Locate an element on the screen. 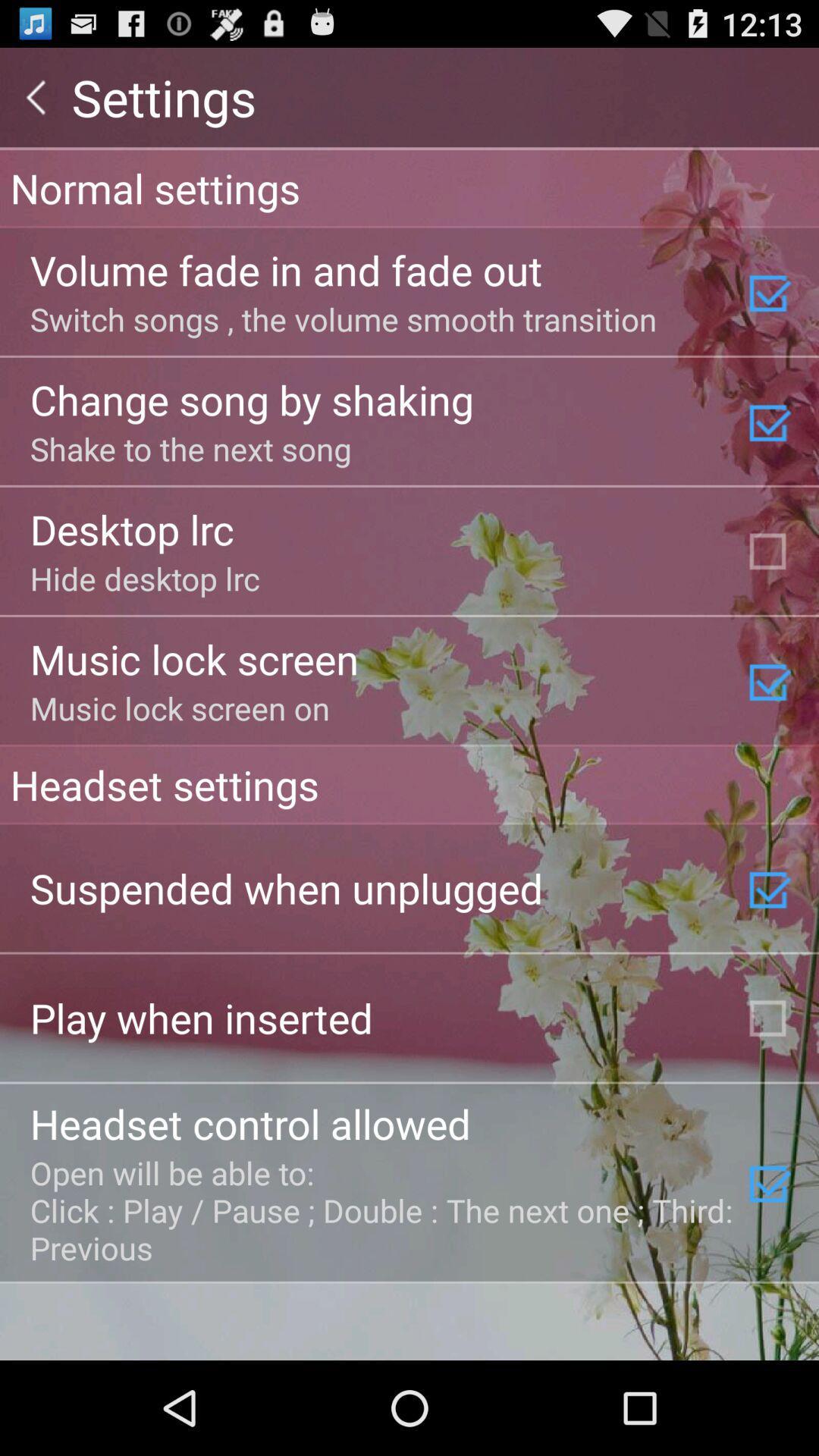  app below headset control allowed app is located at coordinates (382, 1209).